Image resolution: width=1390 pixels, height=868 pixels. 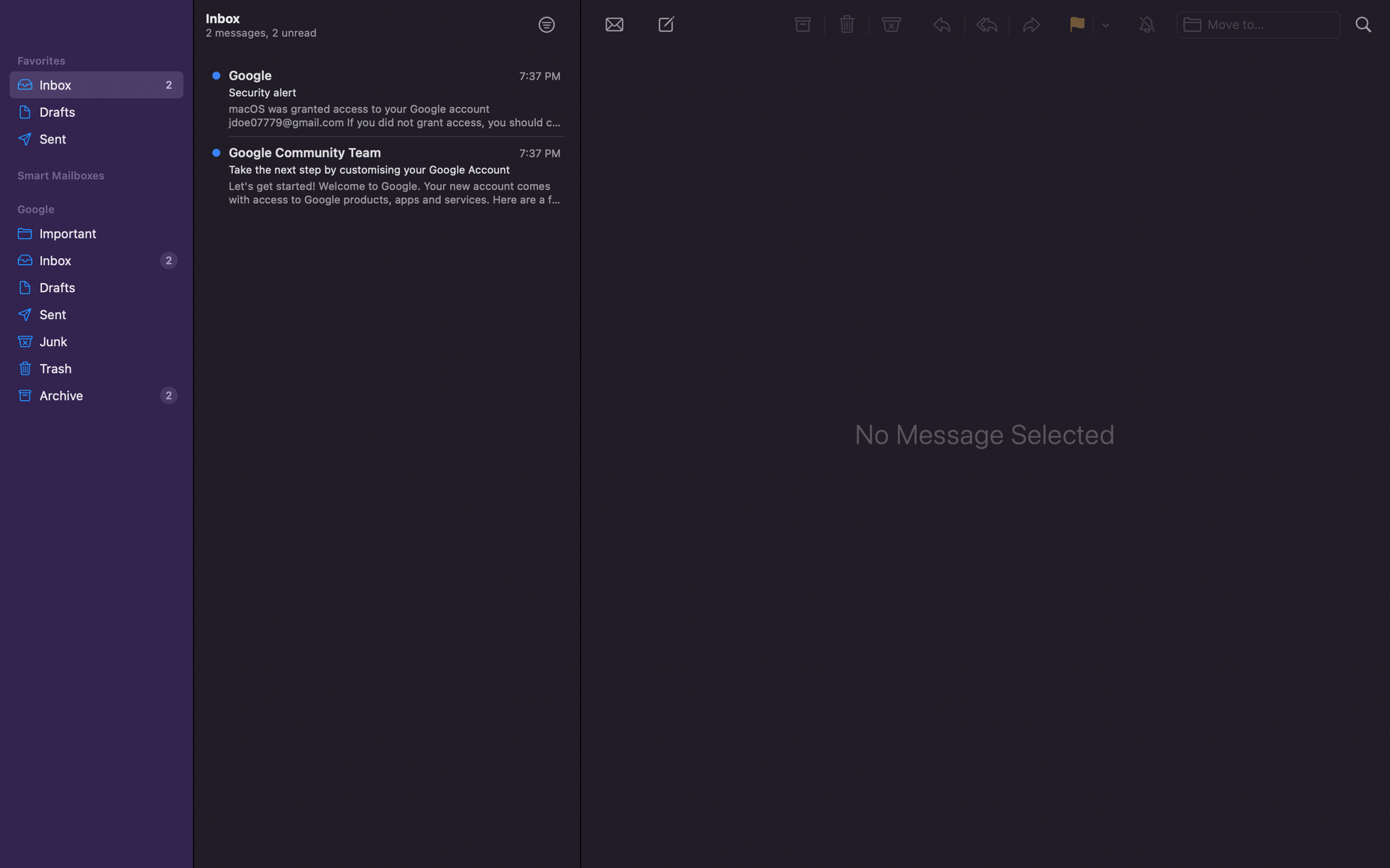 I want to click on Shift the chosen message to the bar, so click(x=1260, y=22).